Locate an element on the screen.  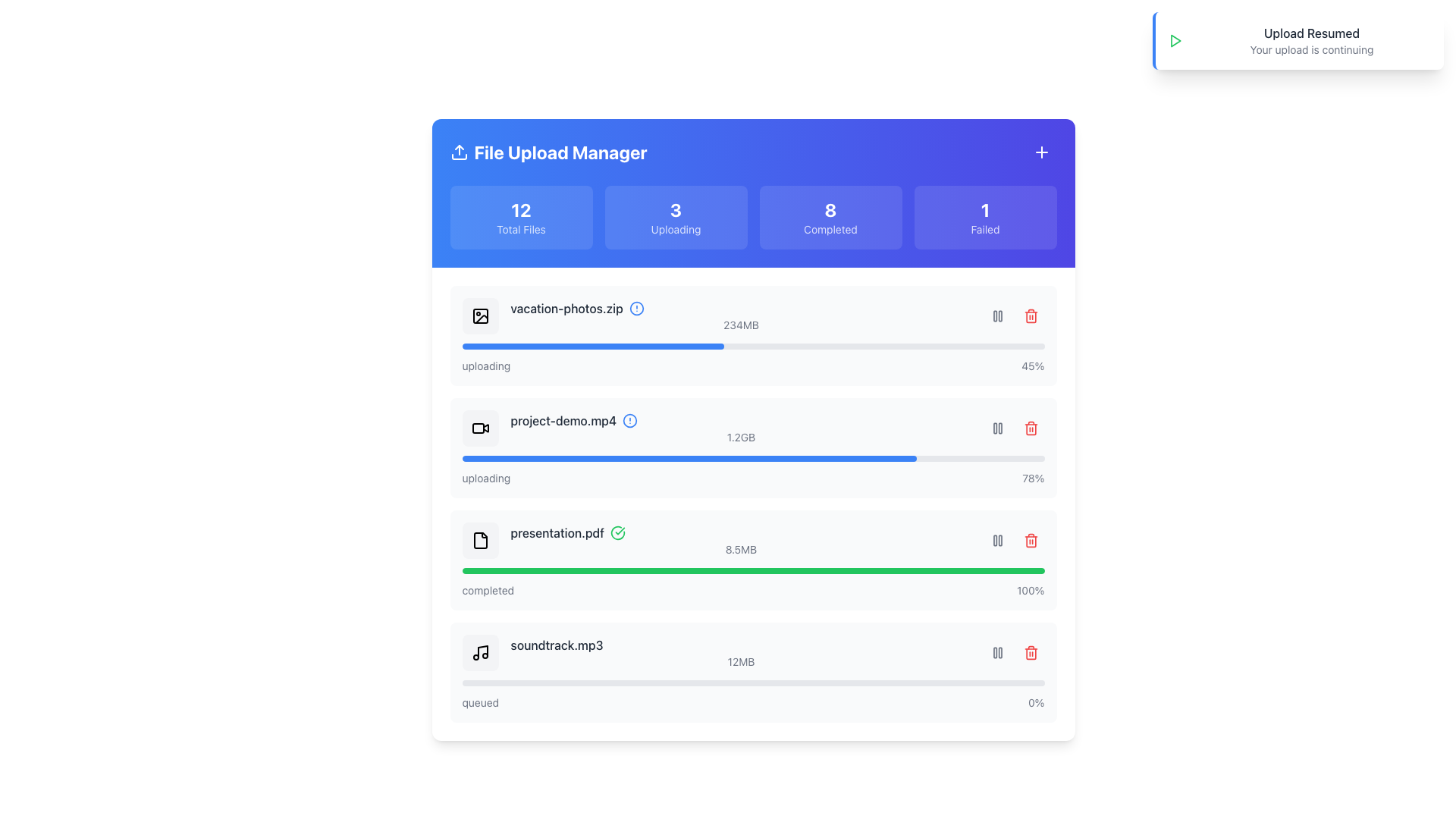
the red trash bin icon at the end of the progress bar for the file labeled 'soundtrack.mp3' is located at coordinates (1031, 651).